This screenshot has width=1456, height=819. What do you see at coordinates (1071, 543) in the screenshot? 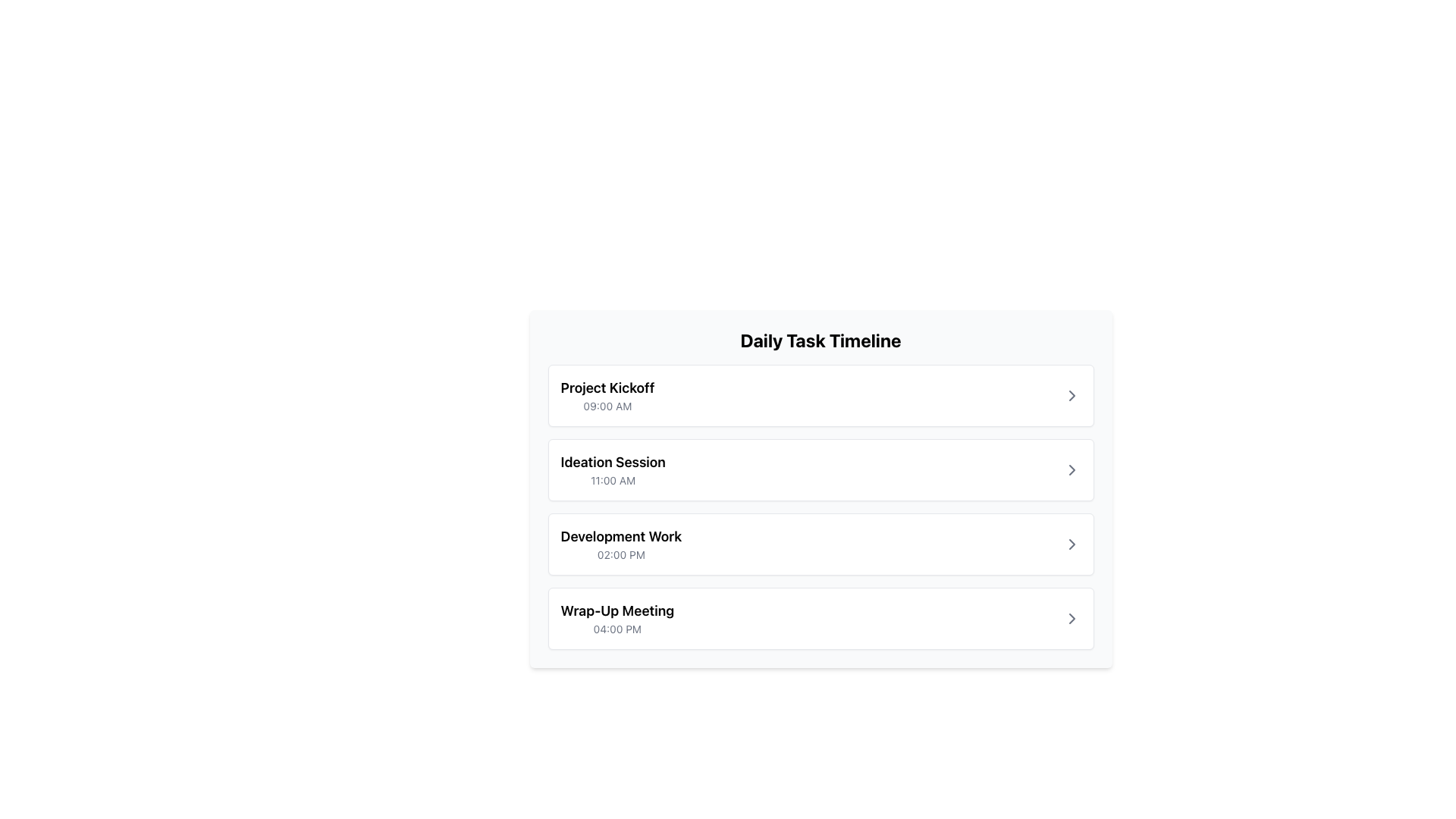
I see `the rightmost button in the task entry labeled 'Development Work' at 02:00 PM` at bounding box center [1071, 543].